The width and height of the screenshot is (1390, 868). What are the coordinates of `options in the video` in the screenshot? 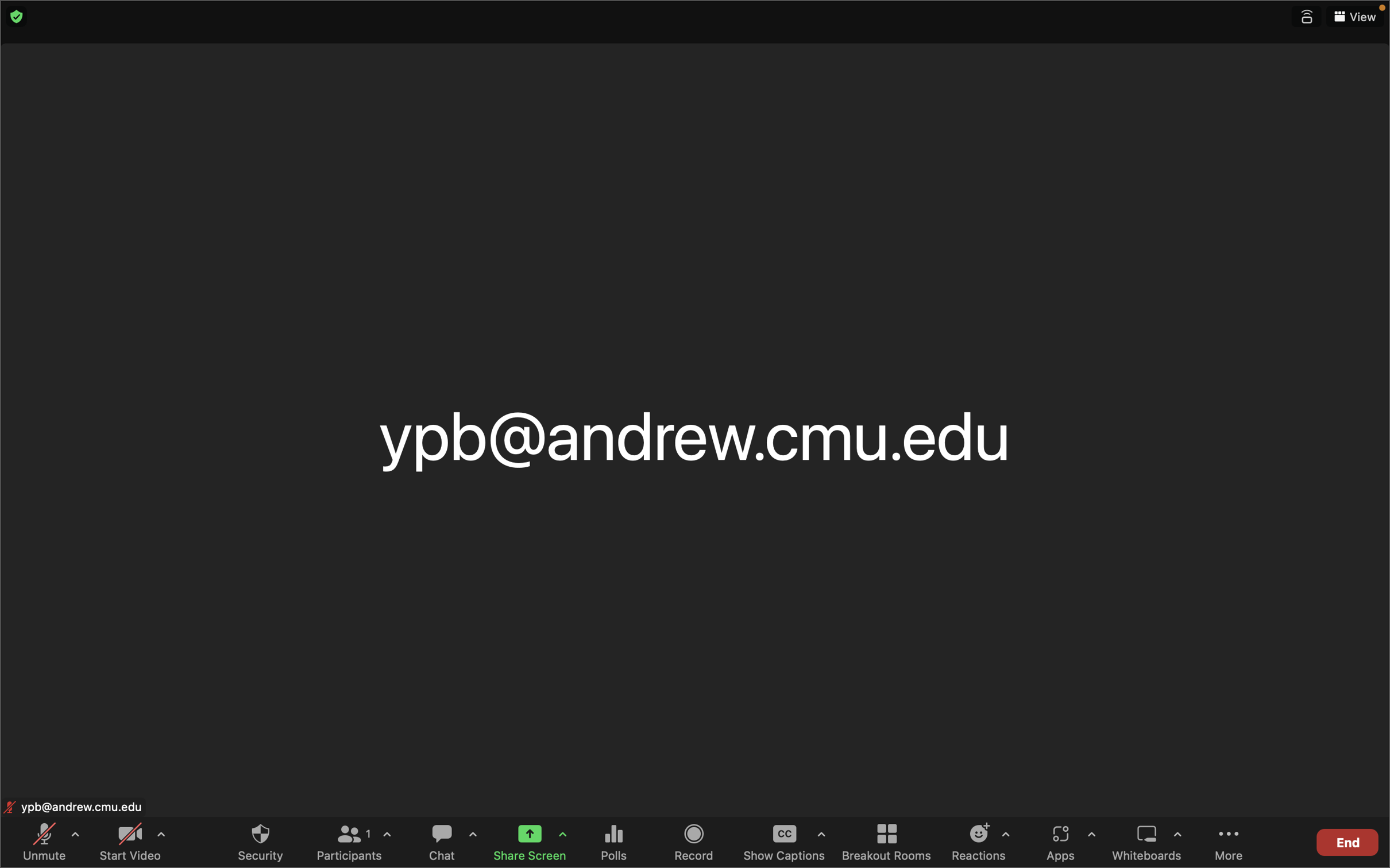 It's located at (160, 839).